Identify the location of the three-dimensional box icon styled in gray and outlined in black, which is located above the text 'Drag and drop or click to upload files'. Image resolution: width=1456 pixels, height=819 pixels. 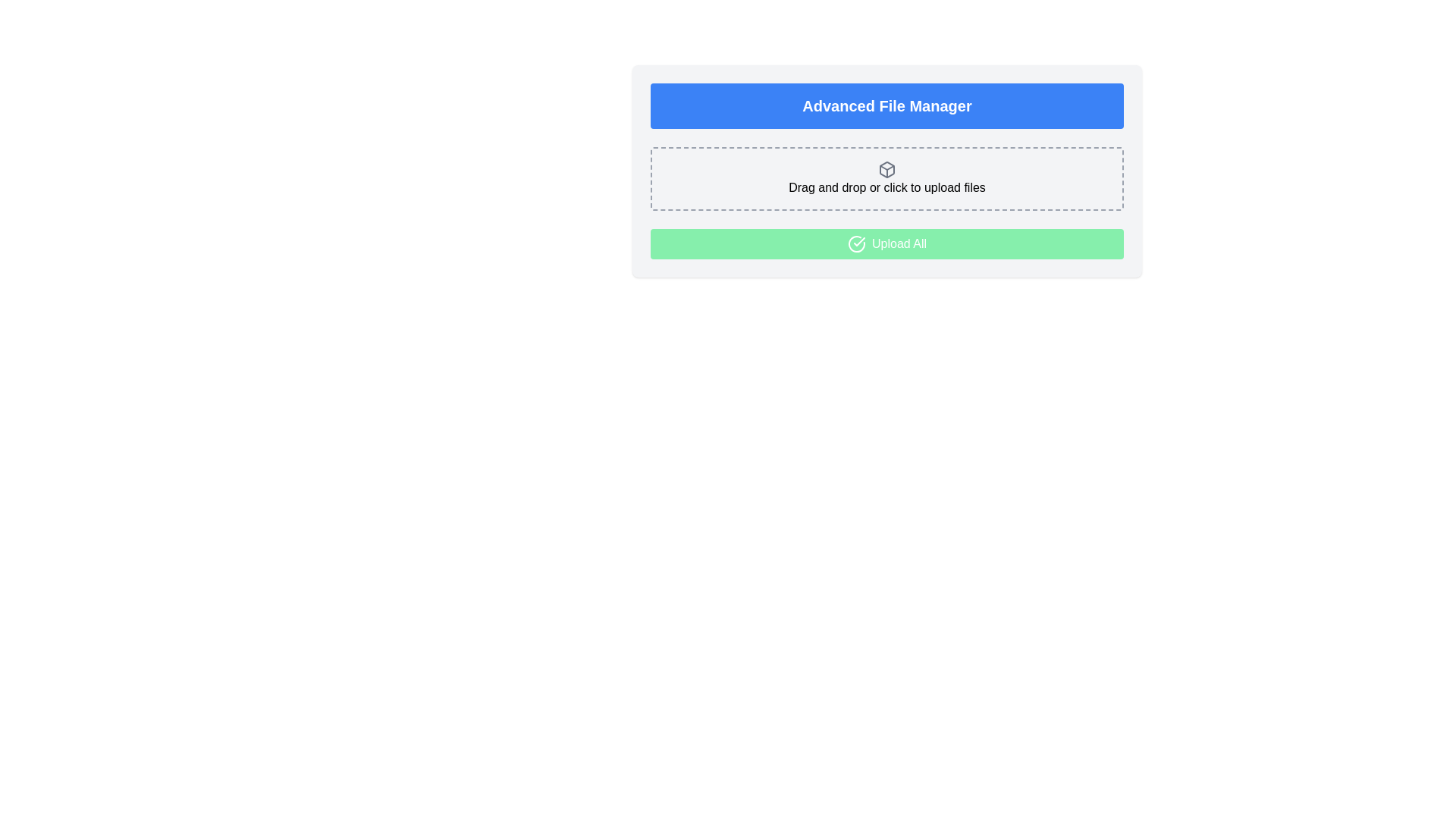
(887, 169).